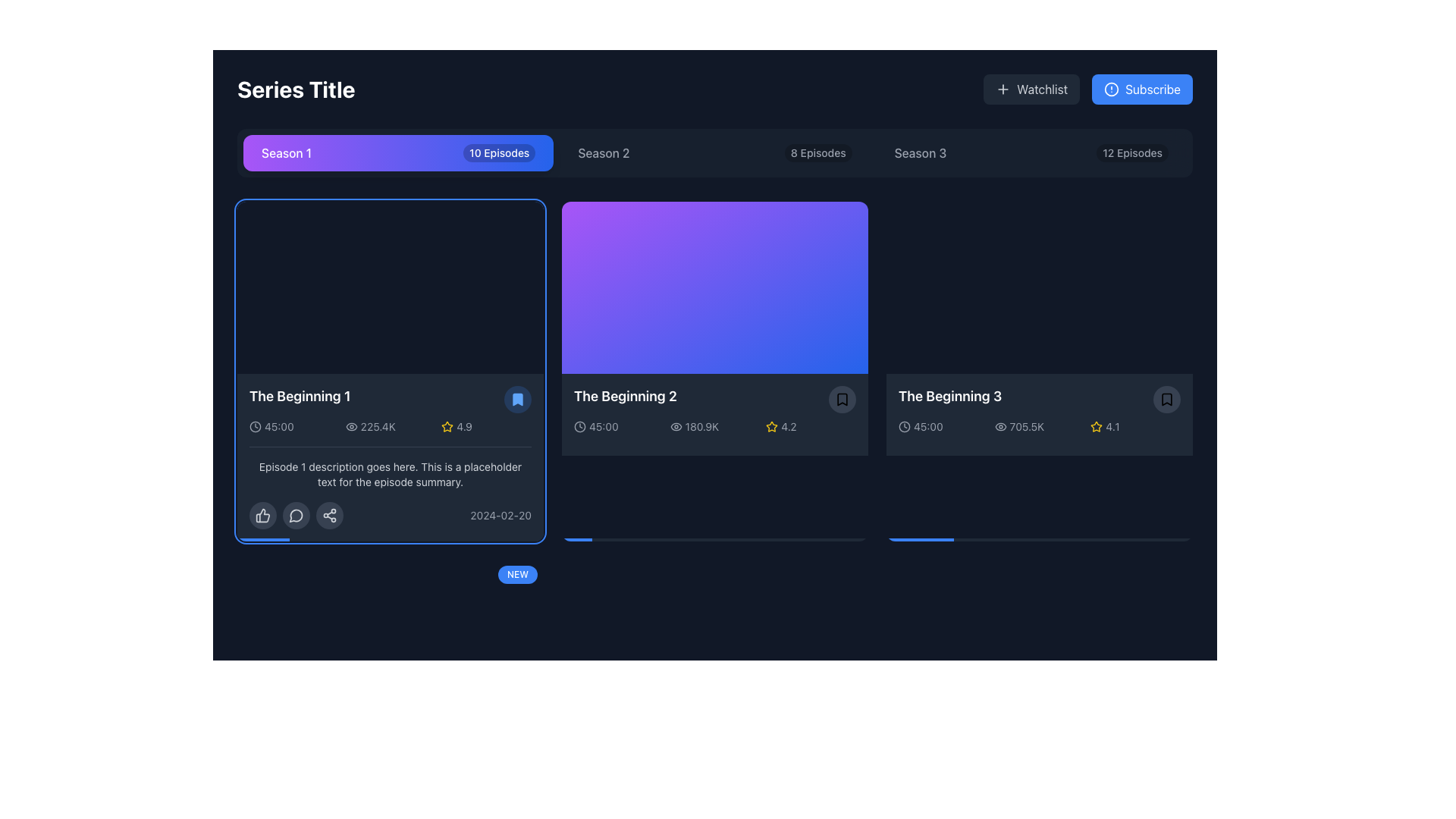  What do you see at coordinates (841, 399) in the screenshot?
I see `the circular button with a dark gray background containing a bookmark icon in the top-right corner of 'The Beginning 2' episode card` at bounding box center [841, 399].